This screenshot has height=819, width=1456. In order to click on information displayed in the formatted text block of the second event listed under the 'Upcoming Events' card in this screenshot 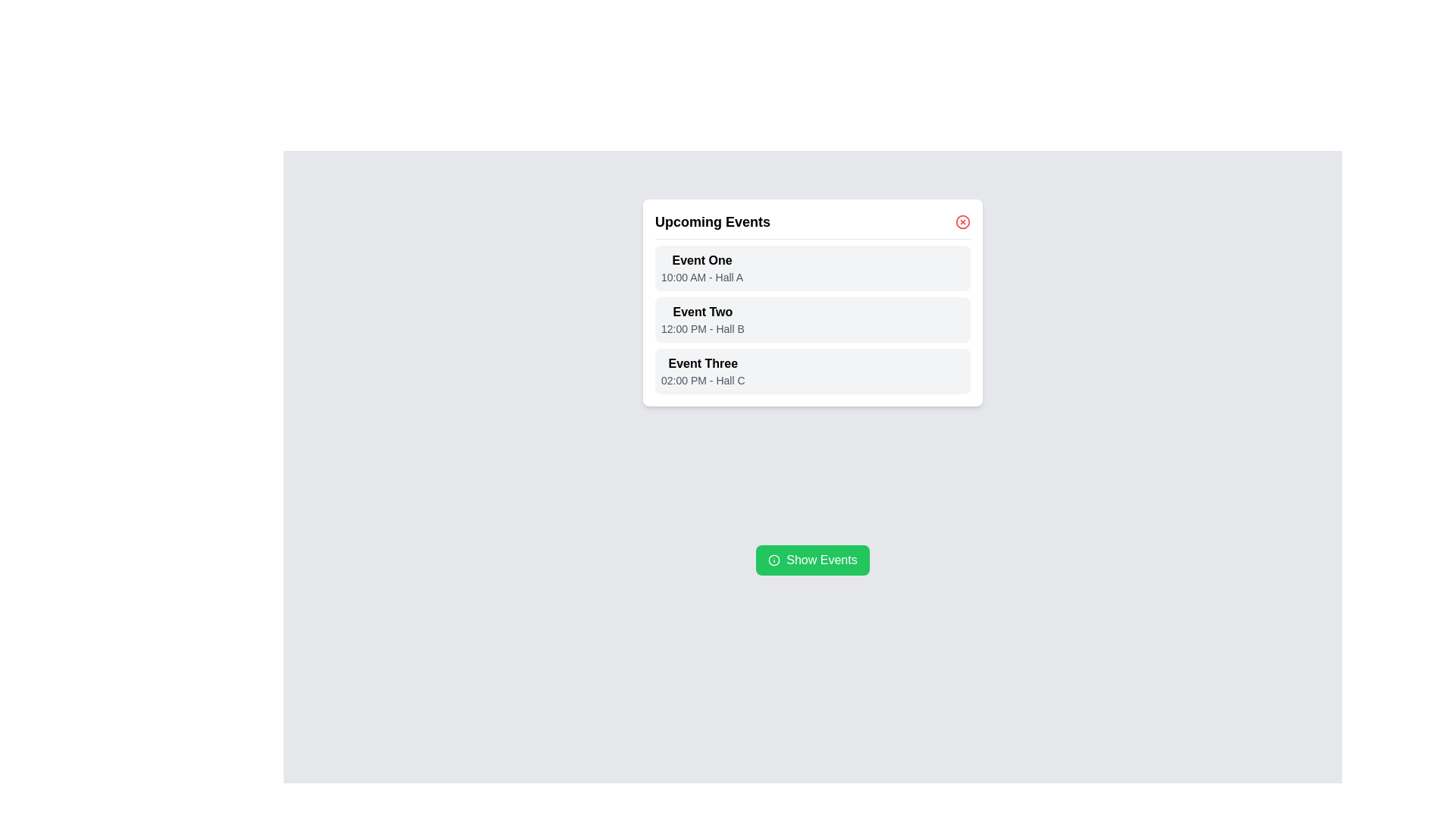, I will do `click(701, 318)`.